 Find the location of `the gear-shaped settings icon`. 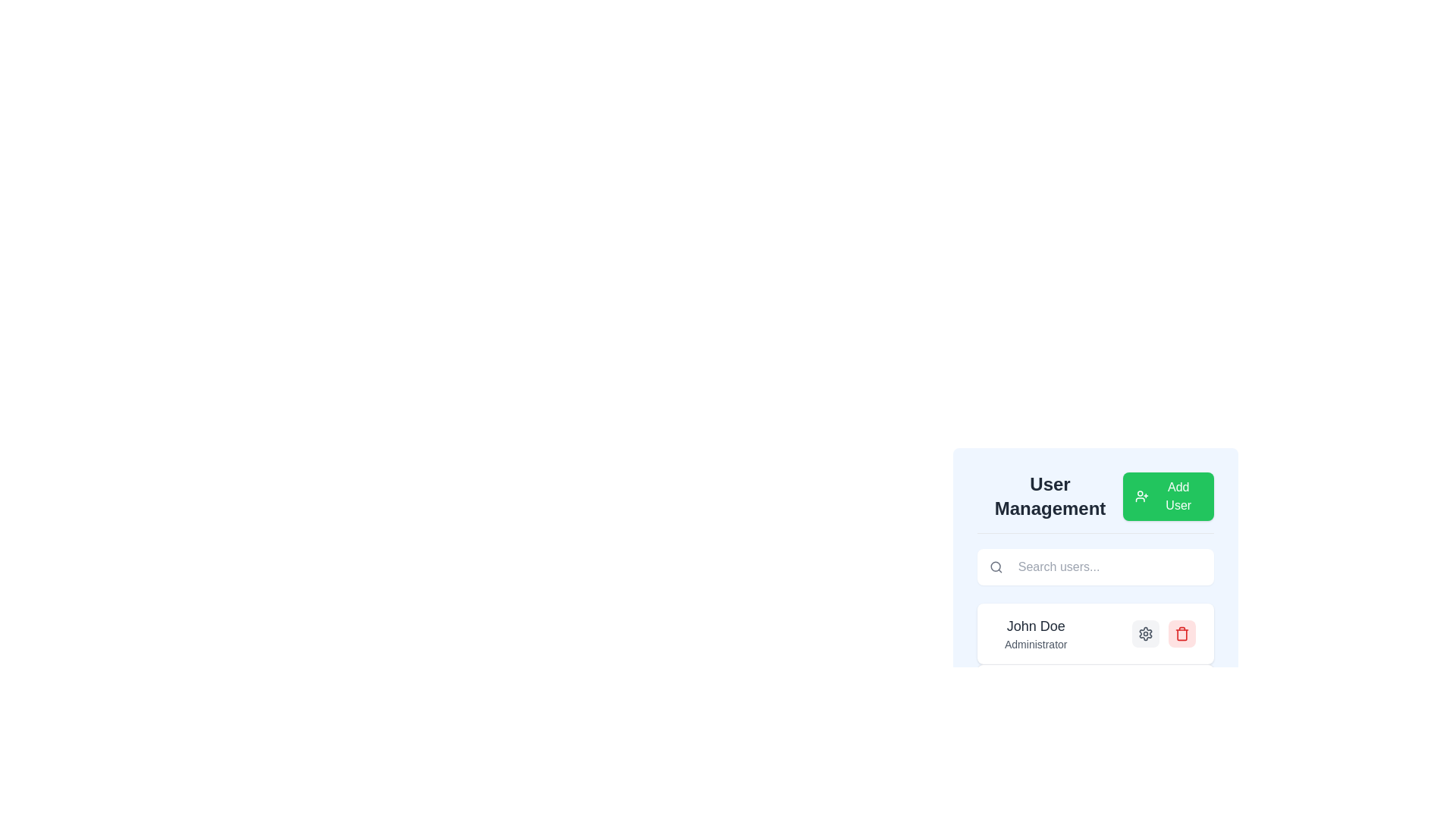

the gear-shaped settings icon is located at coordinates (1146, 634).